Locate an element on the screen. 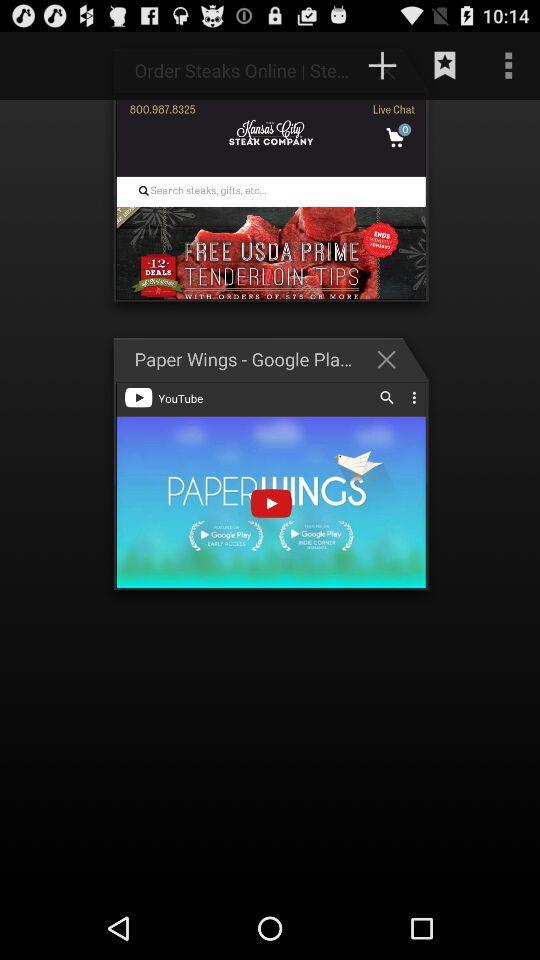 The height and width of the screenshot is (960, 540). the bookmark icon is located at coordinates (445, 70).